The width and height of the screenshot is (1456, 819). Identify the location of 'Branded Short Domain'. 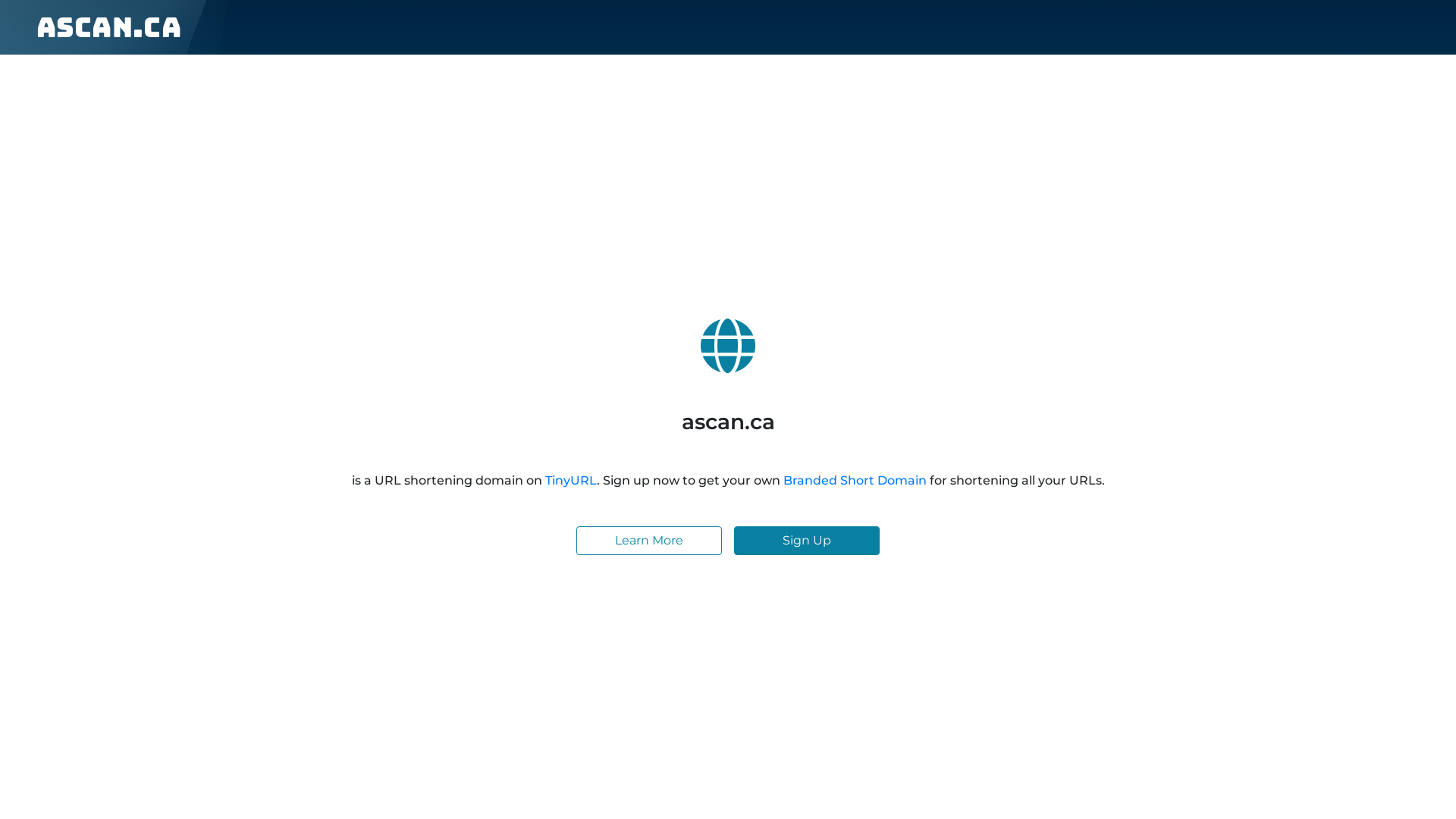
(854, 480).